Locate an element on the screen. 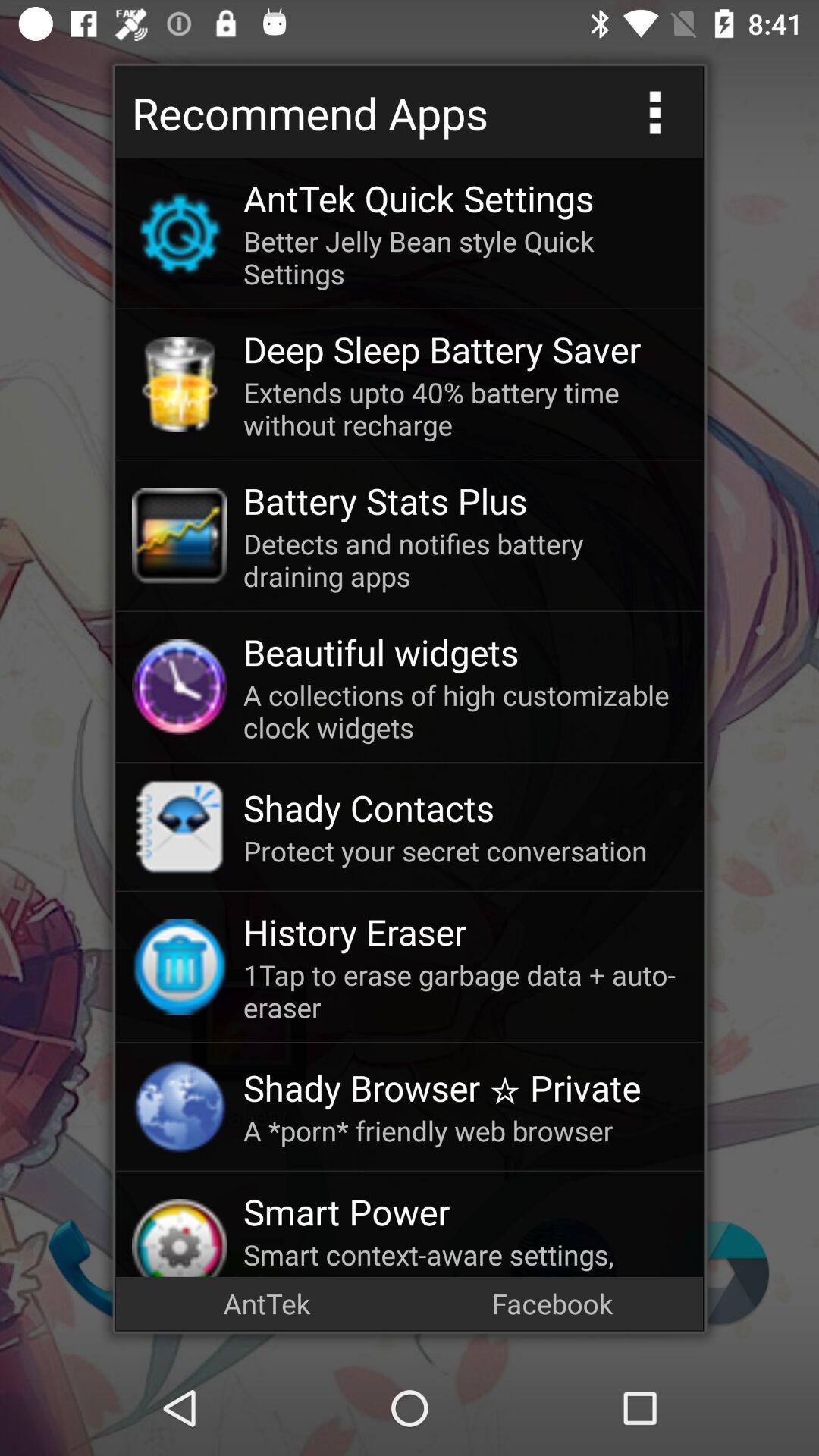  the extends upto 40 item is located at coordinates (464, 408).